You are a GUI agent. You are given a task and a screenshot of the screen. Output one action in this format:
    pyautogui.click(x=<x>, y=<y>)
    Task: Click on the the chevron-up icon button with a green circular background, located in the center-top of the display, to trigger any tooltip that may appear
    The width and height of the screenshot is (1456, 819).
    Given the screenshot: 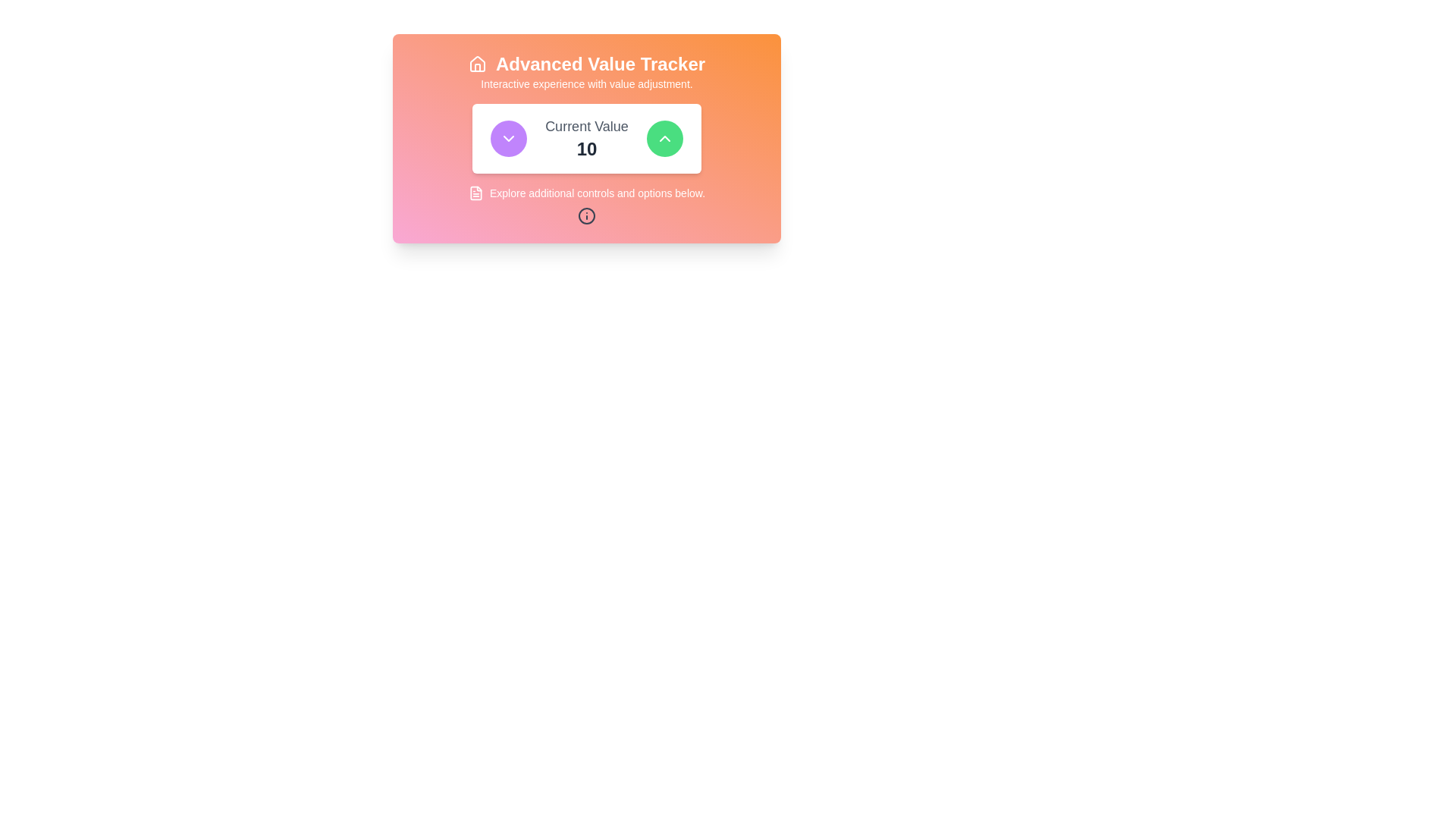 What is the action you would take?
    pyautogui.click(x=664, y=138)
    